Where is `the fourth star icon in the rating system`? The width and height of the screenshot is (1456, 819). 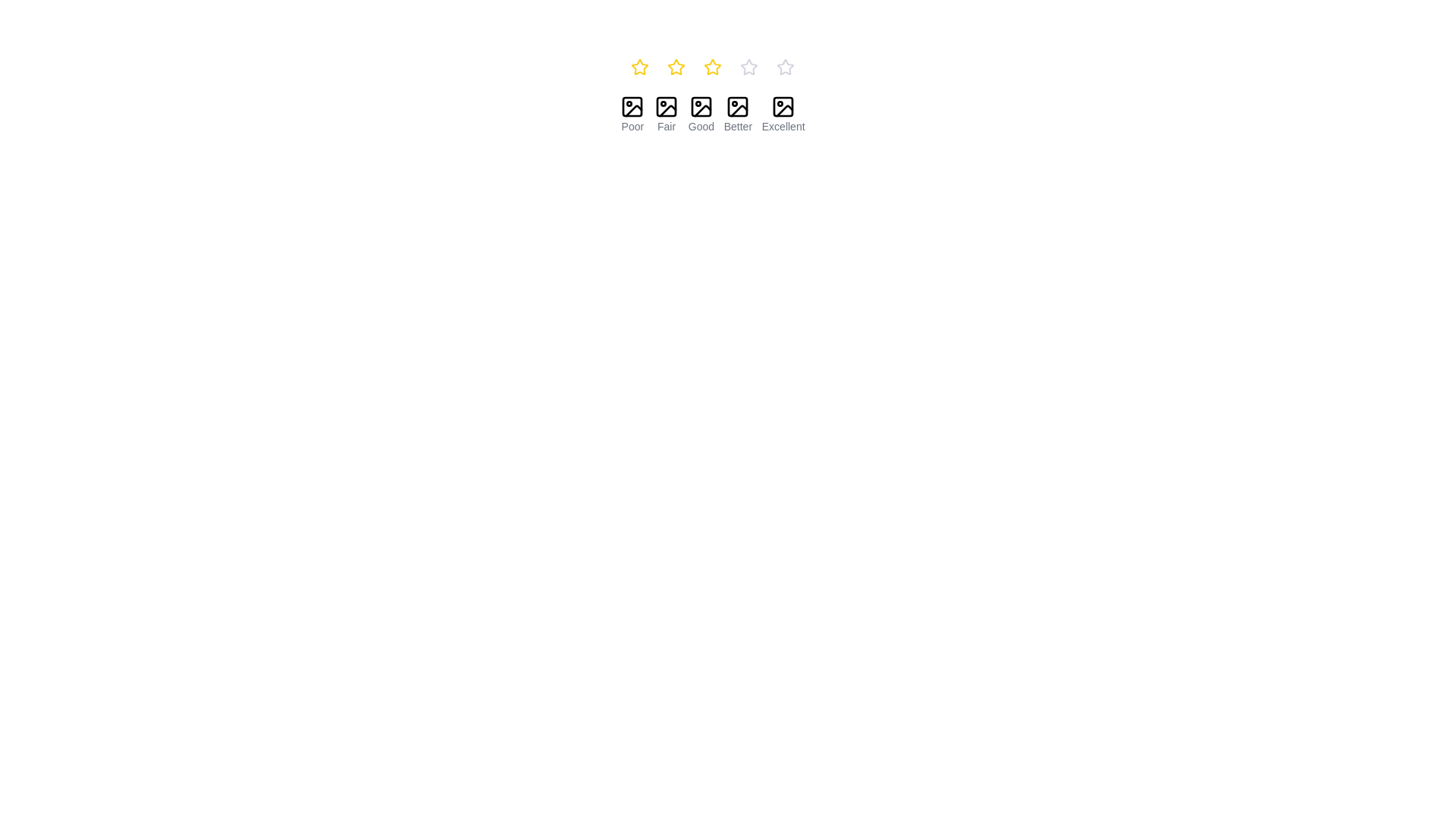
the fourth star icon in the rating system is located at coordinates (749, 66).